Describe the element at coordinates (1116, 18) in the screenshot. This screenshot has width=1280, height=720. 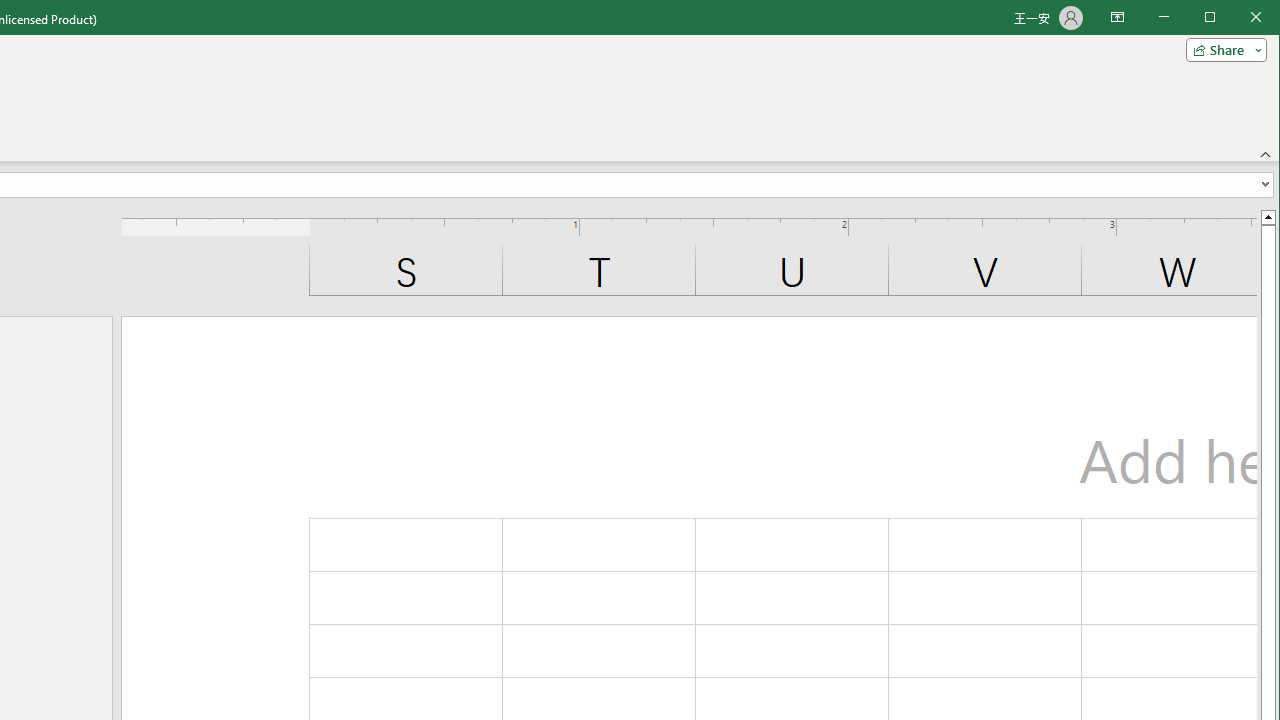
I see `'Ribbon Display Options'` at that location.